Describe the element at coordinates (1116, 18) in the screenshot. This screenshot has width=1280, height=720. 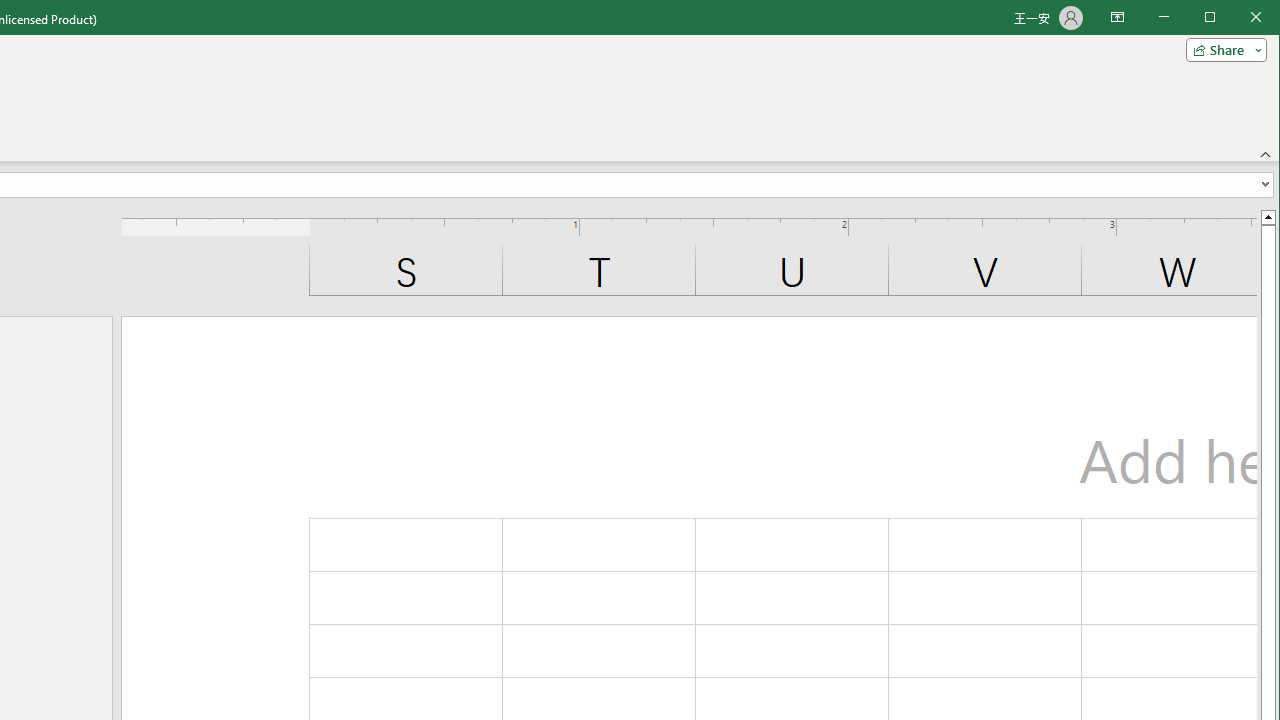
I see `'Ribbon Display Options'` at that location.